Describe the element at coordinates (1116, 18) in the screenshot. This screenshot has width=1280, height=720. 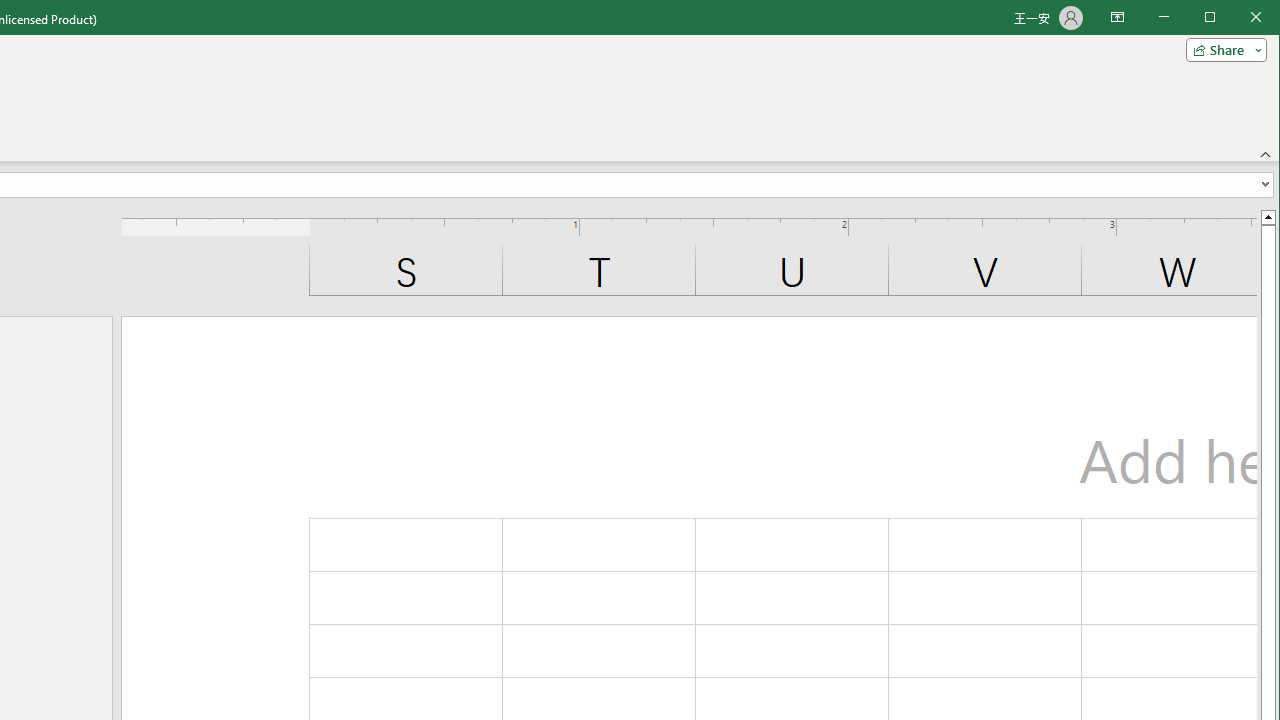
I see `'Ribbon Display Options'` at that location.